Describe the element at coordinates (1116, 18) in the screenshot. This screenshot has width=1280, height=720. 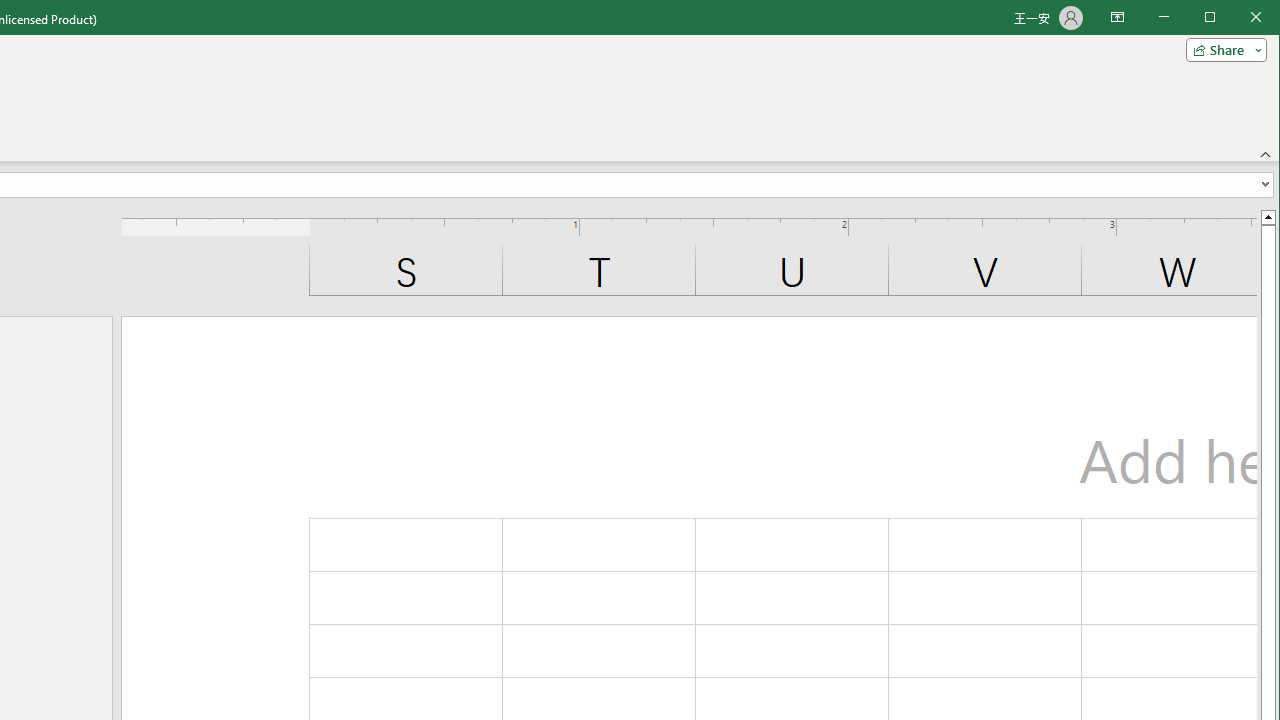
I see `'Ribbon Display Options'` at that location.